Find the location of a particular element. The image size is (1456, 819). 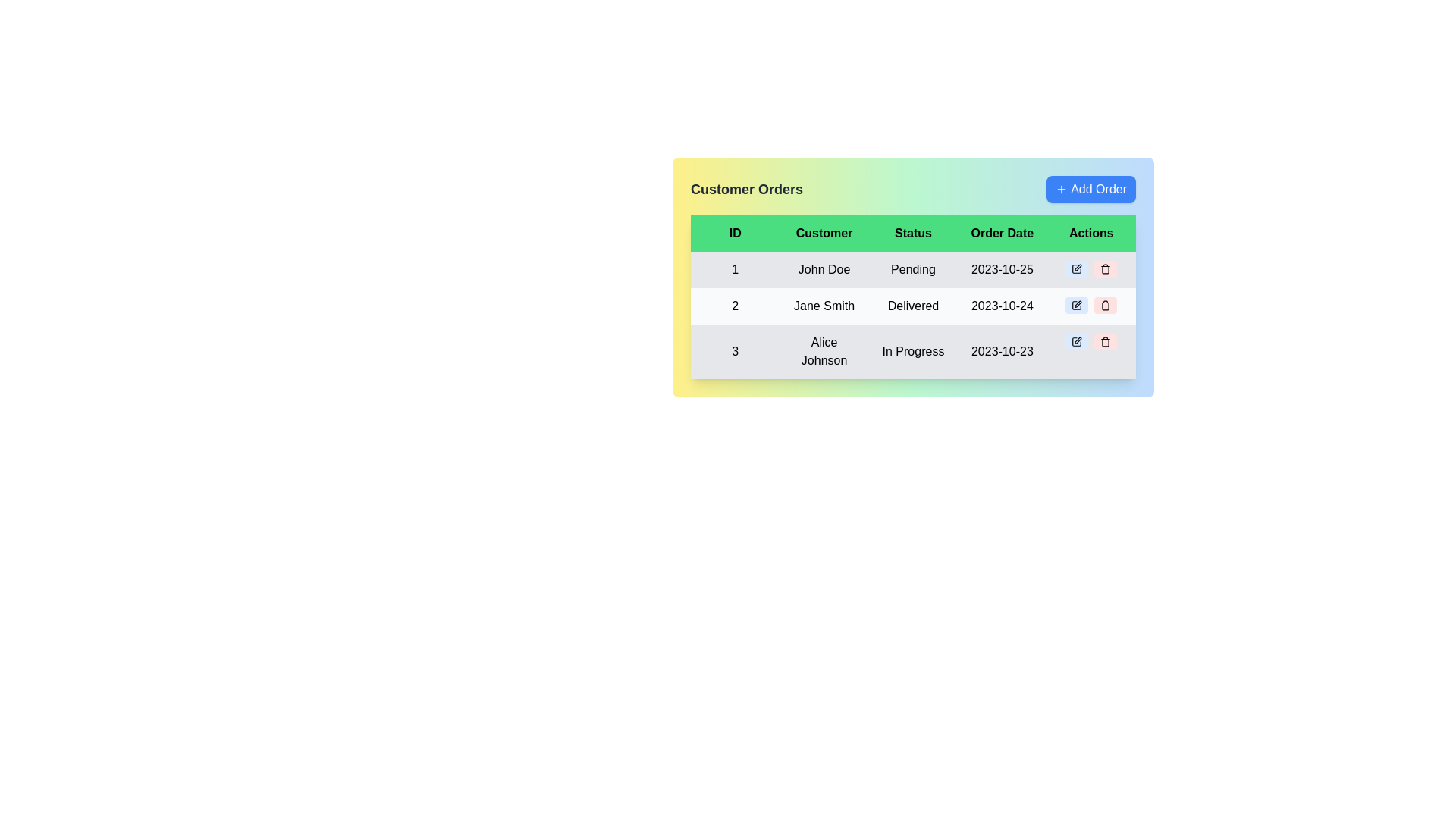

the static text displaying the date '2023-10-23' in the 'Order Date' column for 'Alice Johnson' in the 'Customer Orders' table is located at coordinates (1002, 351).